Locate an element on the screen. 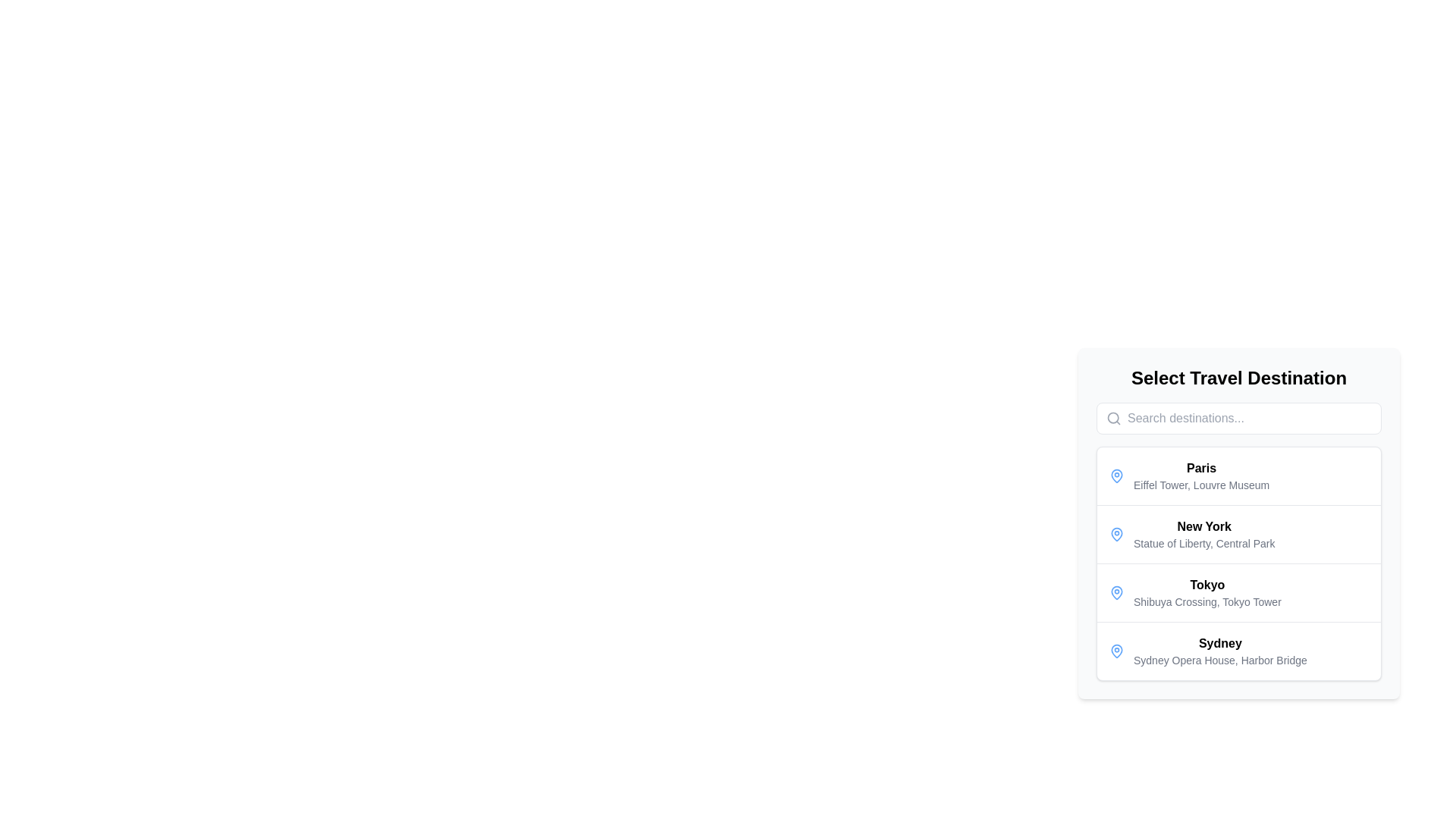 This screenshot has height=819, width=1456. the location pin icon representing the 'Tokyo' destination, which is located to the left of the text 'Tokyo' in the third row of the list is located at coordinates (1117, 591).